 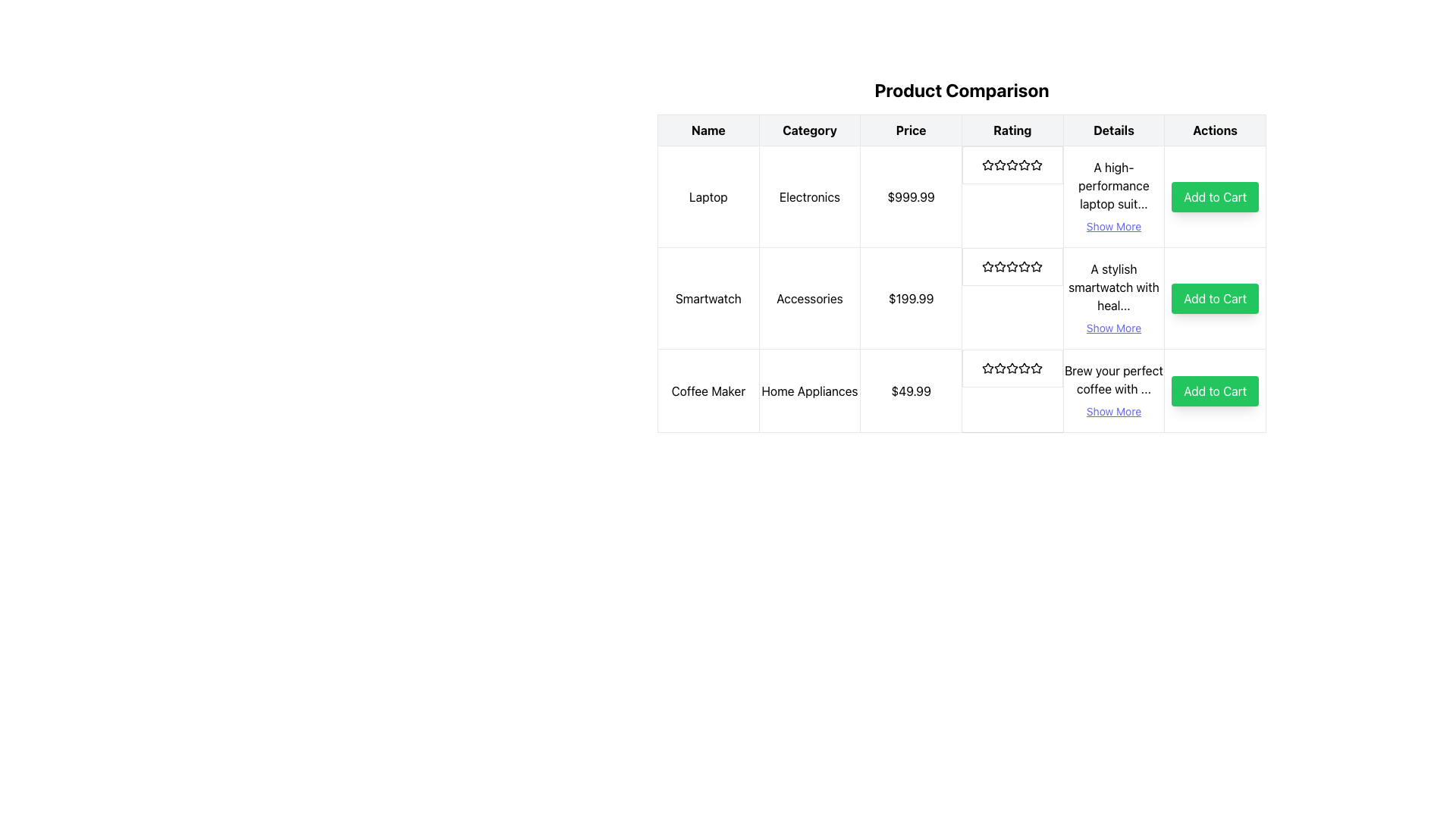 I want to click on the fourth star icon in the 5-star rating system for the Coffee Maker product located in the Rating column of the third row, so click(x=1025, y=368).